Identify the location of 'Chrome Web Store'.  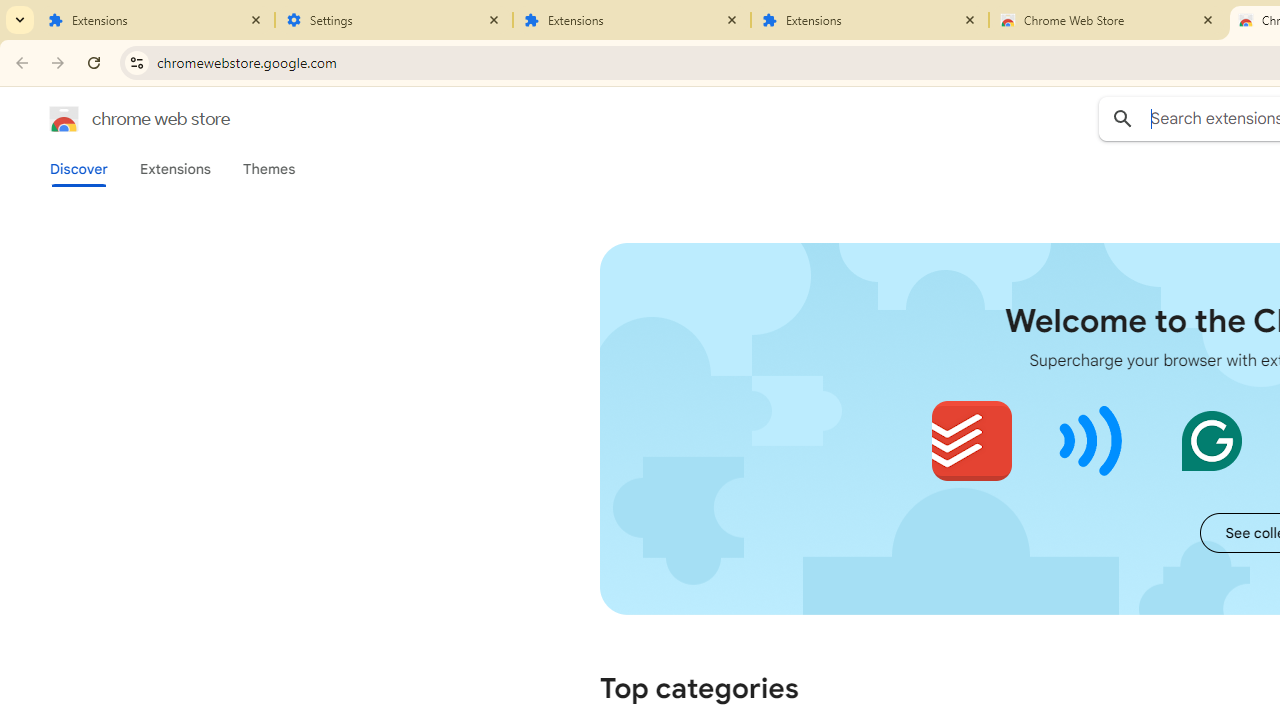
(1107, 20).